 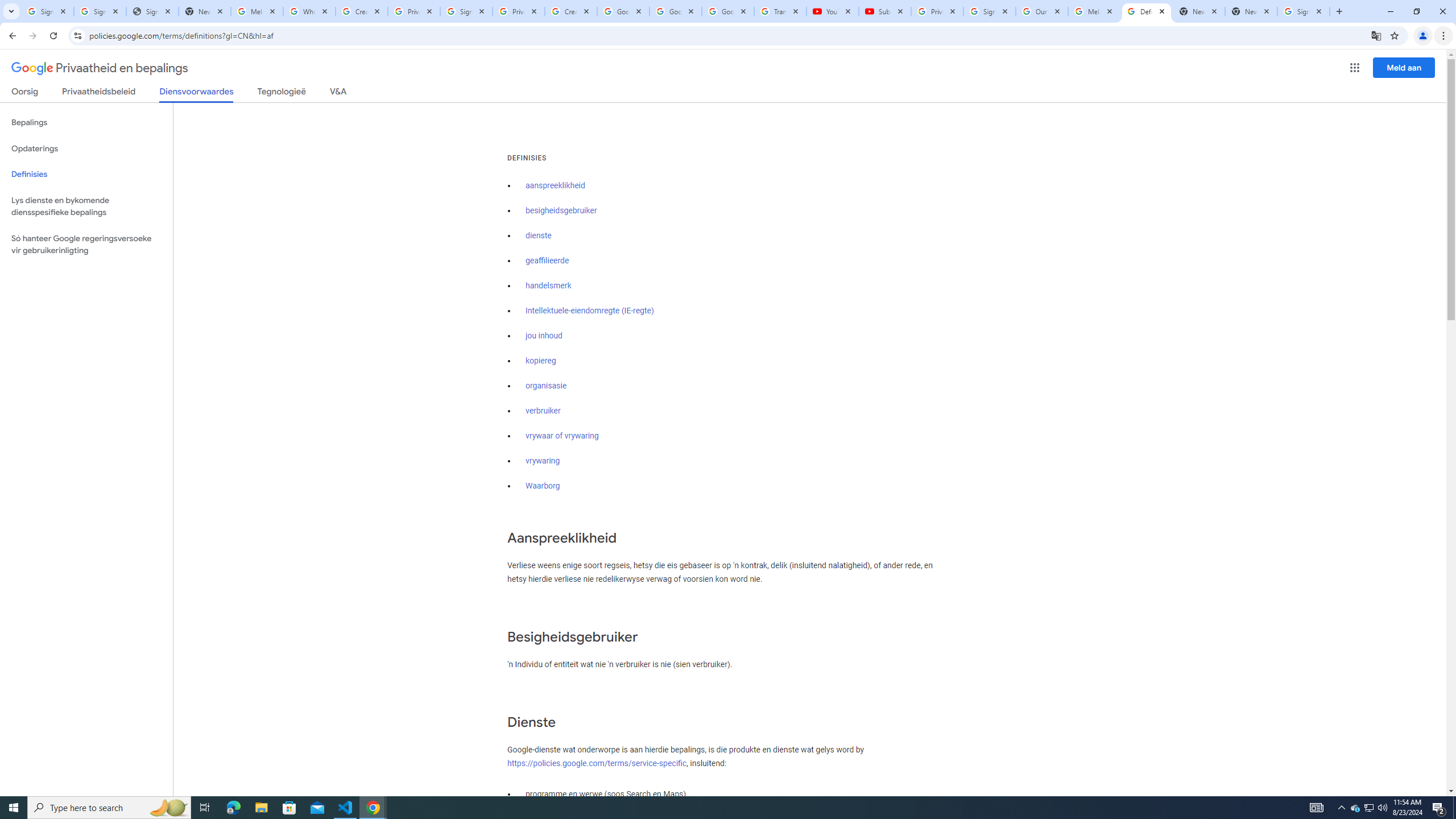 What do you see at coordinates (545, 385) in the screenshot?
I see `'organisasie'` at bounding box center [545, 385].